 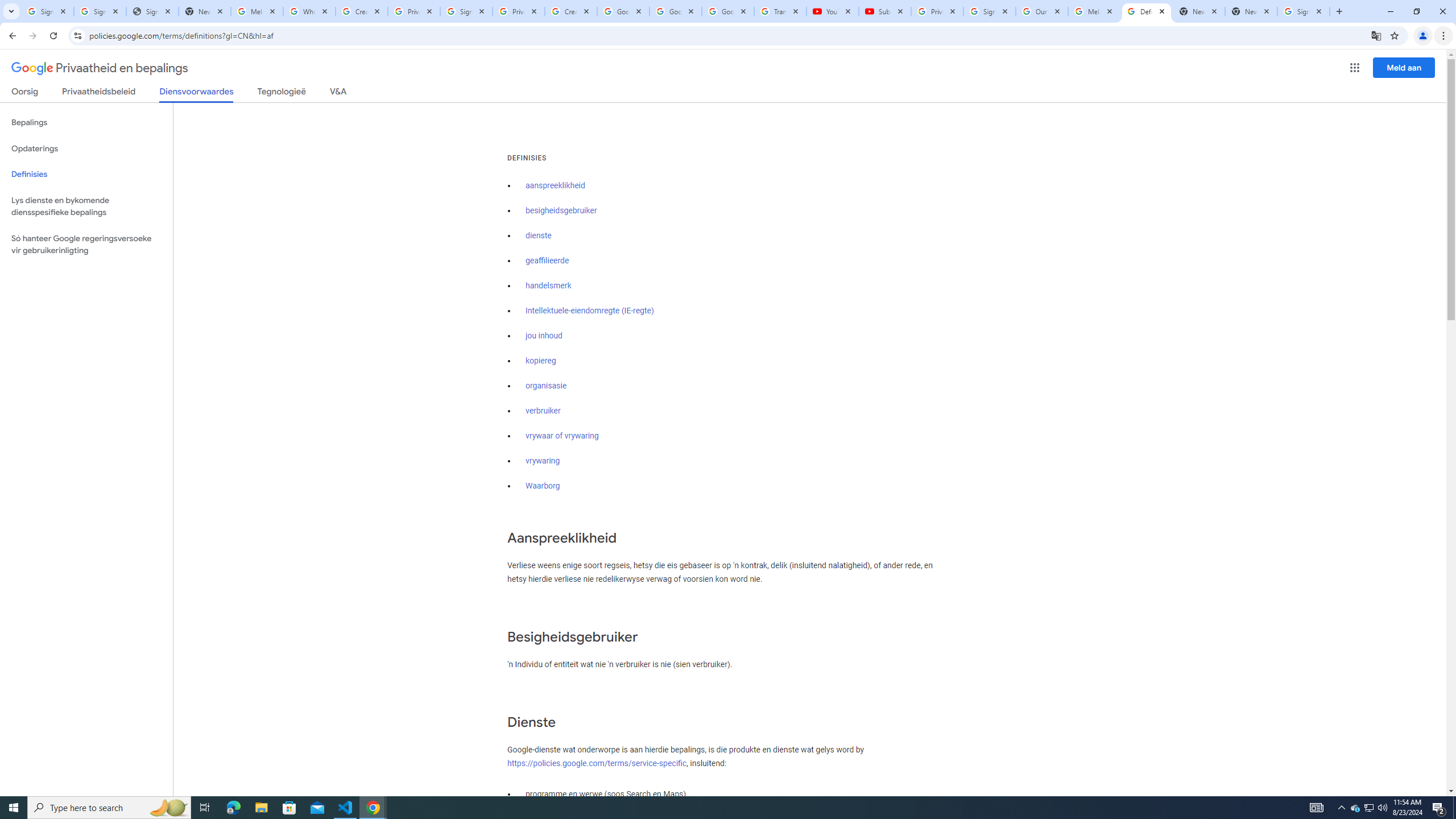 What do you see at coordinates (545, 385) in the screenshot?
I see `'organisasie'` at bounding box center [545, 385].